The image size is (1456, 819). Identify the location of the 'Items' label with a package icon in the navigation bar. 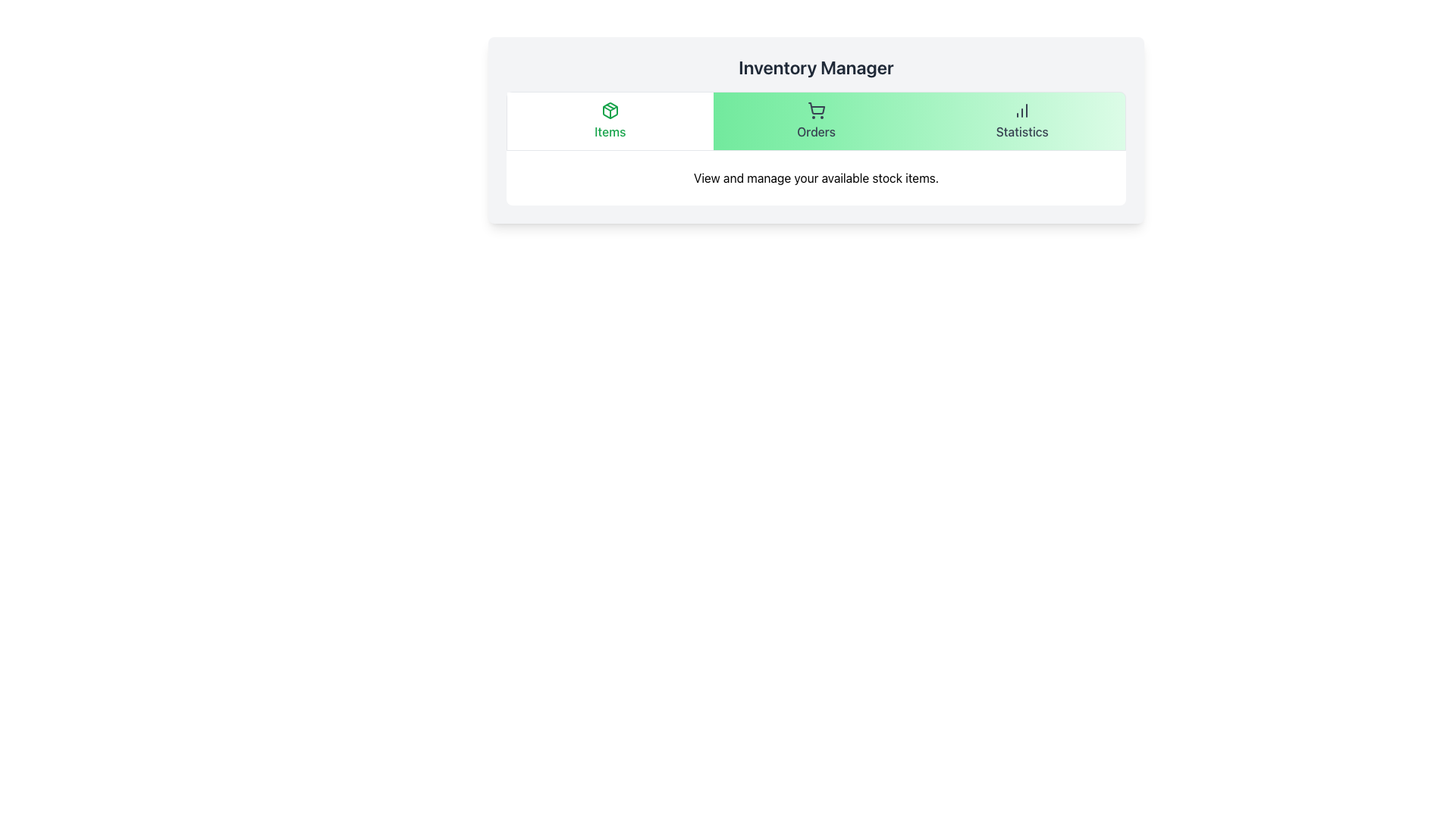
(610, 120).